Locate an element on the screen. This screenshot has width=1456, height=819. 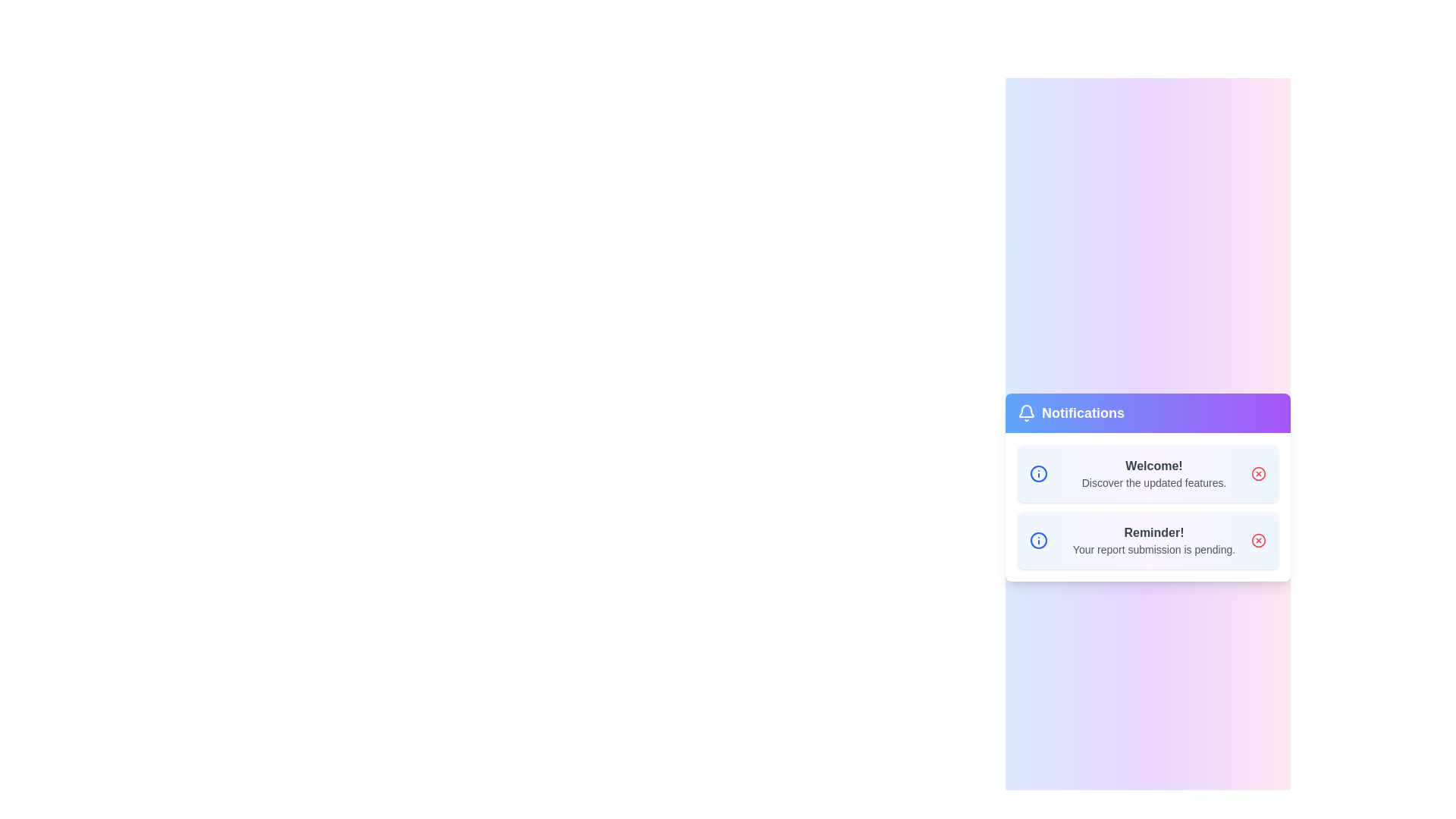
the close button icon located at the top-right corner of the 'Welcome!' notification item is located at coordinates (1259, 540).